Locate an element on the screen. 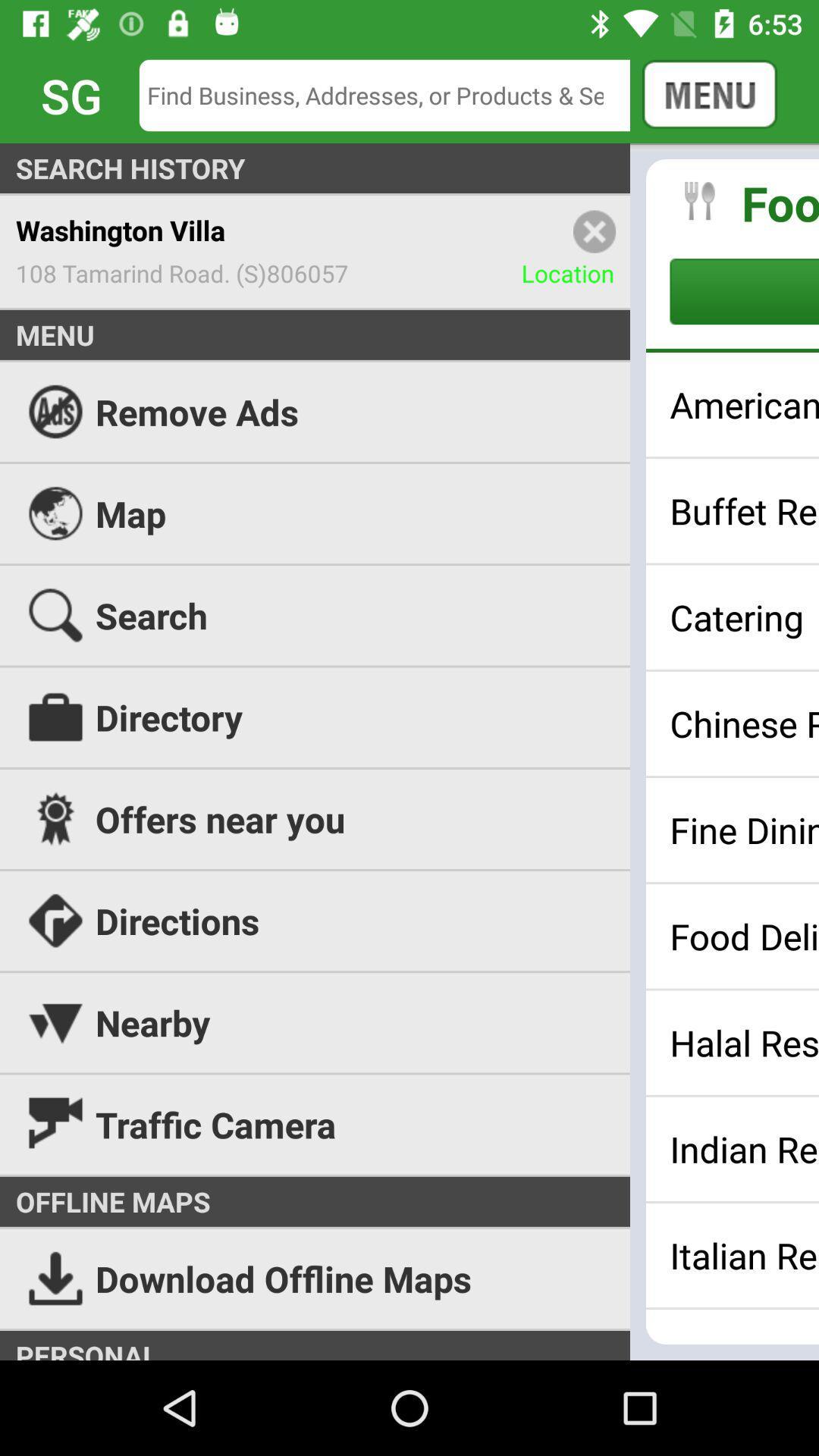 This screenshot has height=1456, width=819. the american restaurants item is located at coordinates (743, 404).